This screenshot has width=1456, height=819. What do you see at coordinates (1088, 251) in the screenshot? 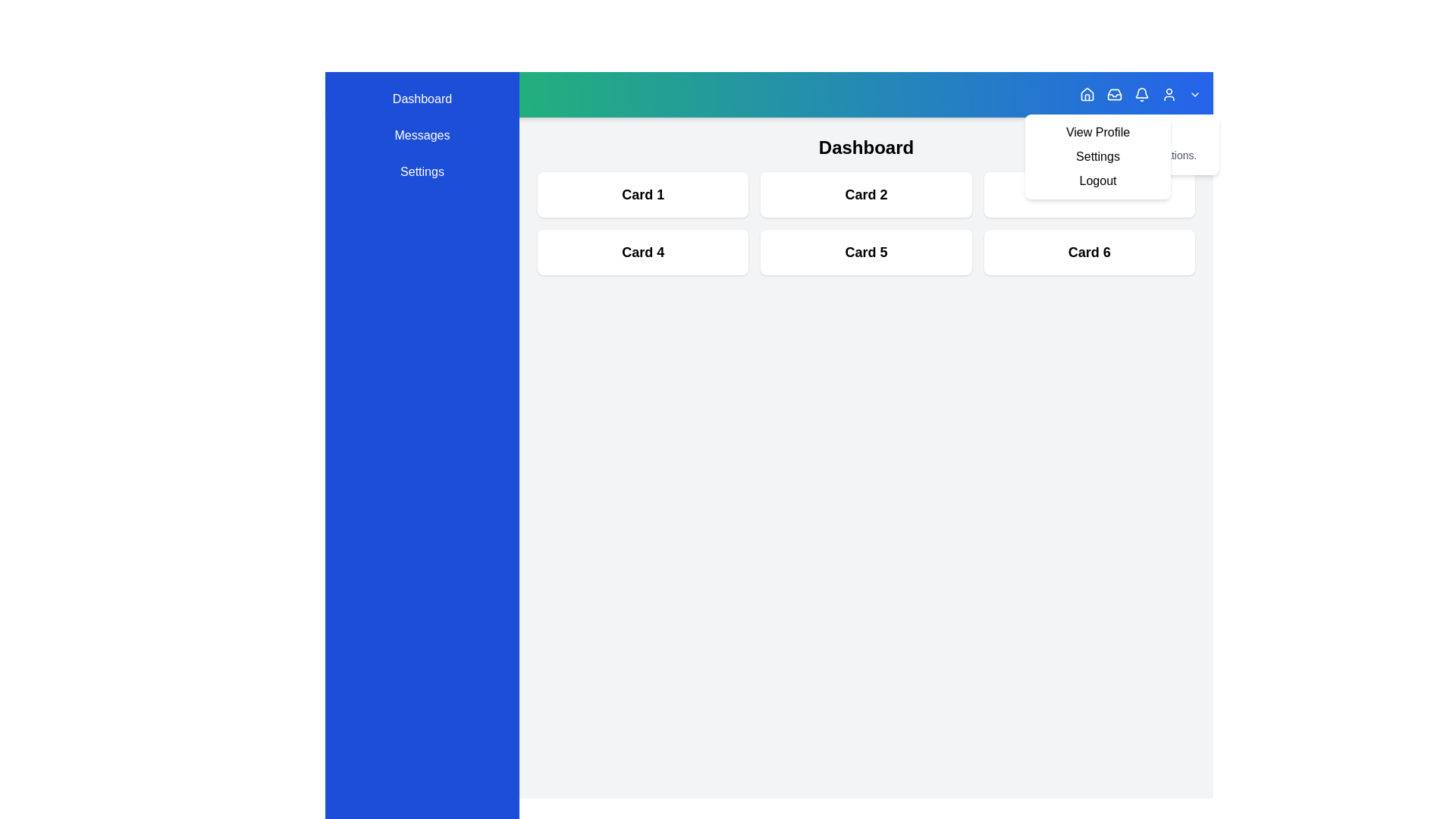
I see `the descriptive text label within the card component labeled 'Card 6', which is located in the bottom-right position of the grid layout` at bounding box center [1088, 251].